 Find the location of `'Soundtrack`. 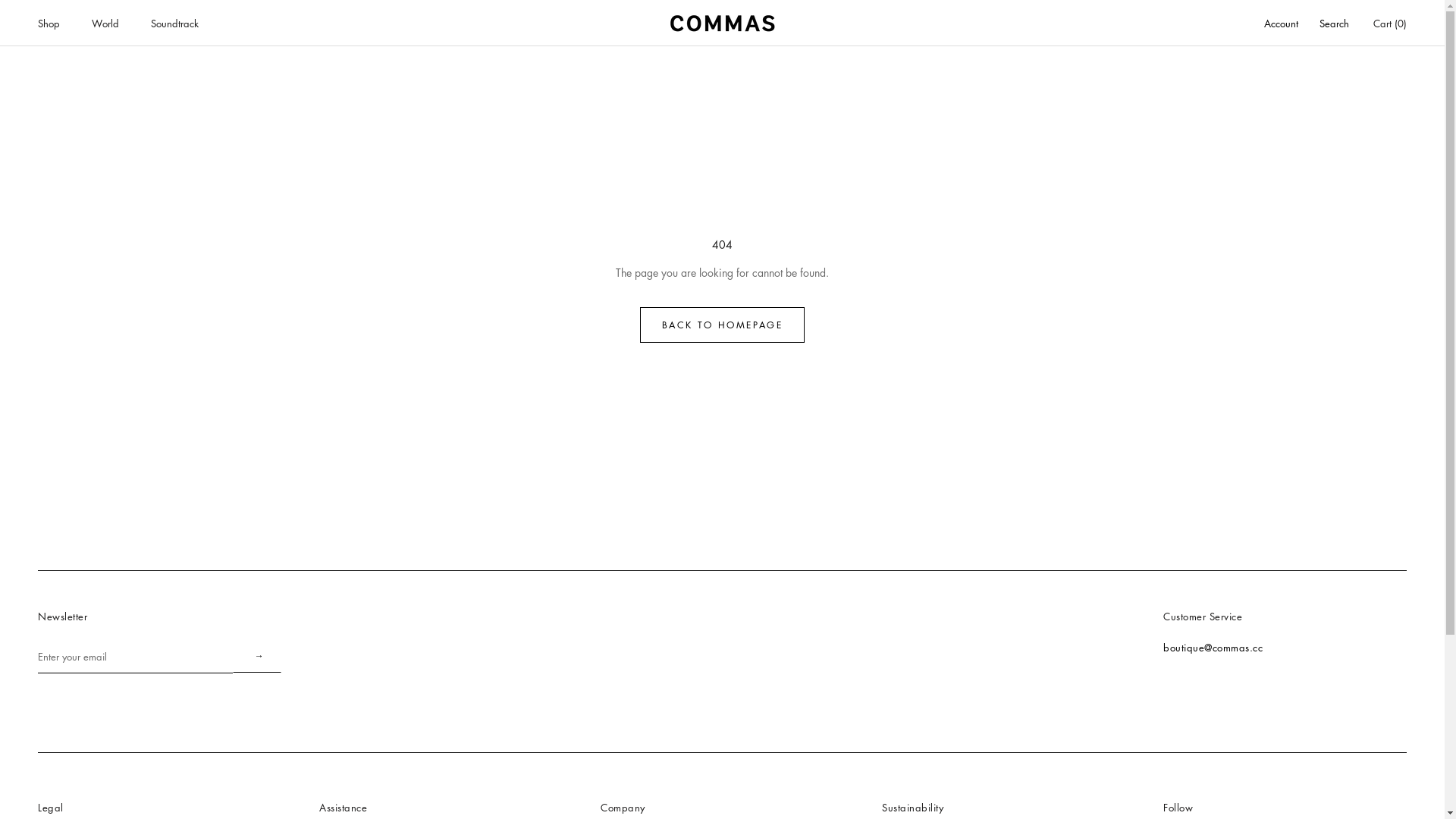

'Soundtrack is located at coordinates (174, 23).